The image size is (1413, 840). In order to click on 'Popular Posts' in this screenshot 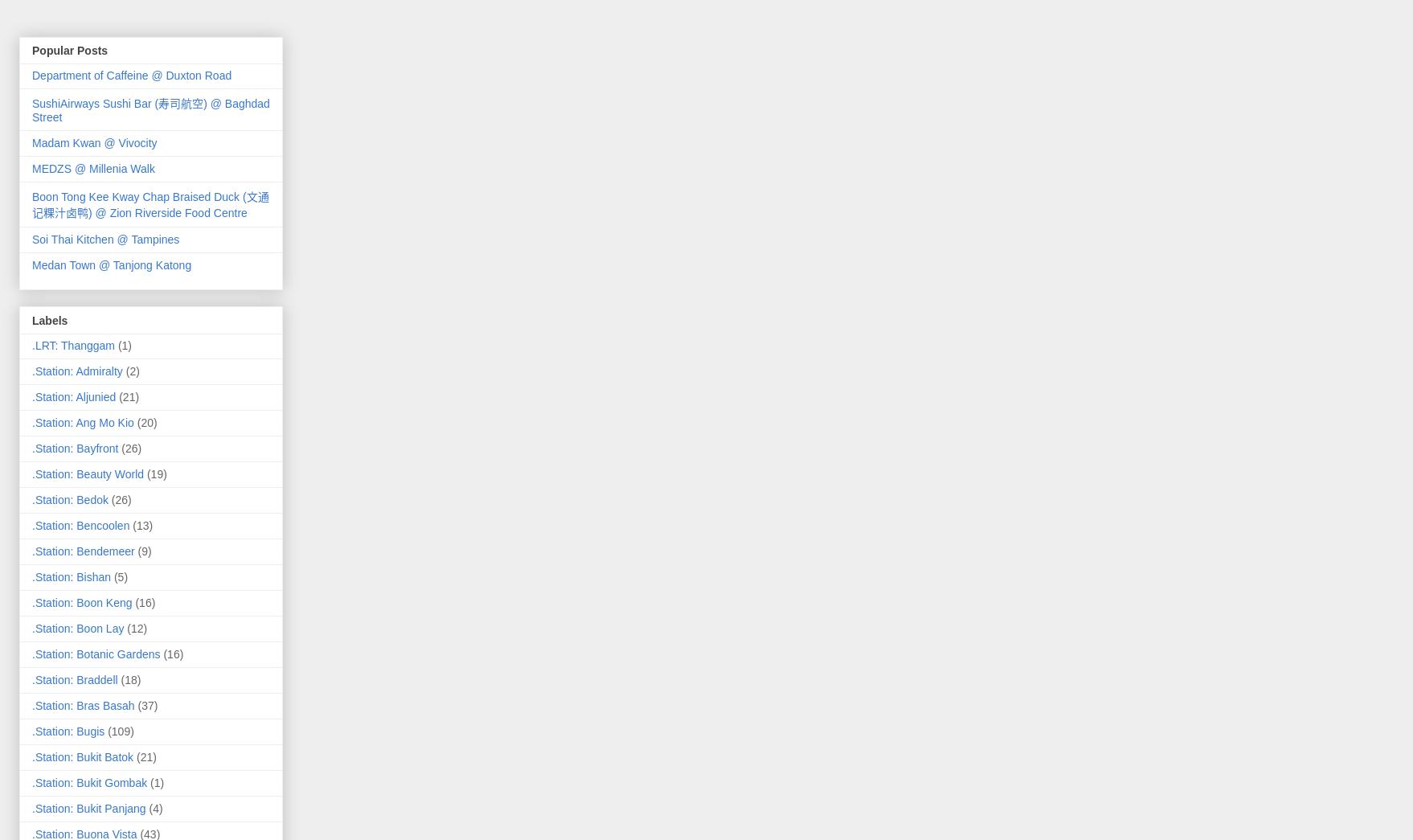, I will do `click(70, 51)`.